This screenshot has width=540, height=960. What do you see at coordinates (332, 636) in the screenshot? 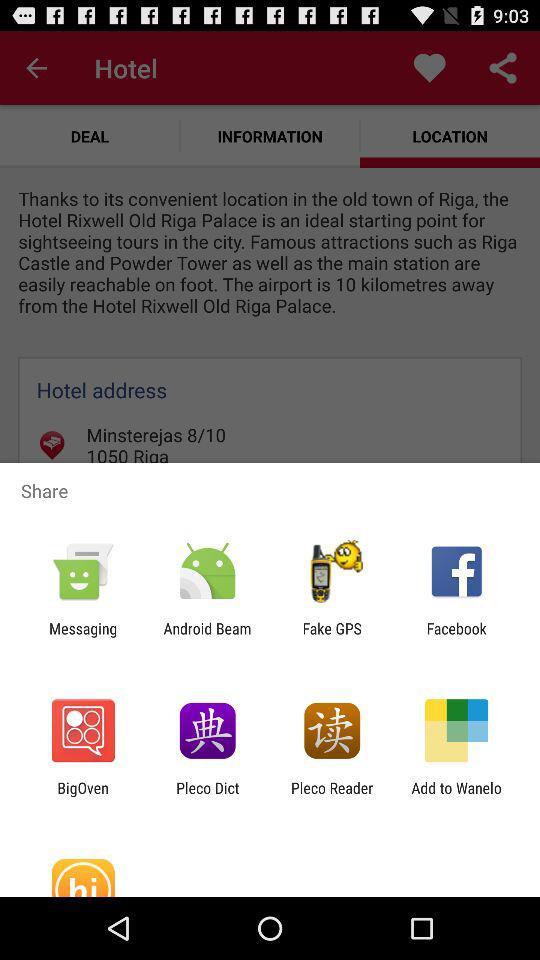
I see `fake gps item` at bounding box center [332, 636].